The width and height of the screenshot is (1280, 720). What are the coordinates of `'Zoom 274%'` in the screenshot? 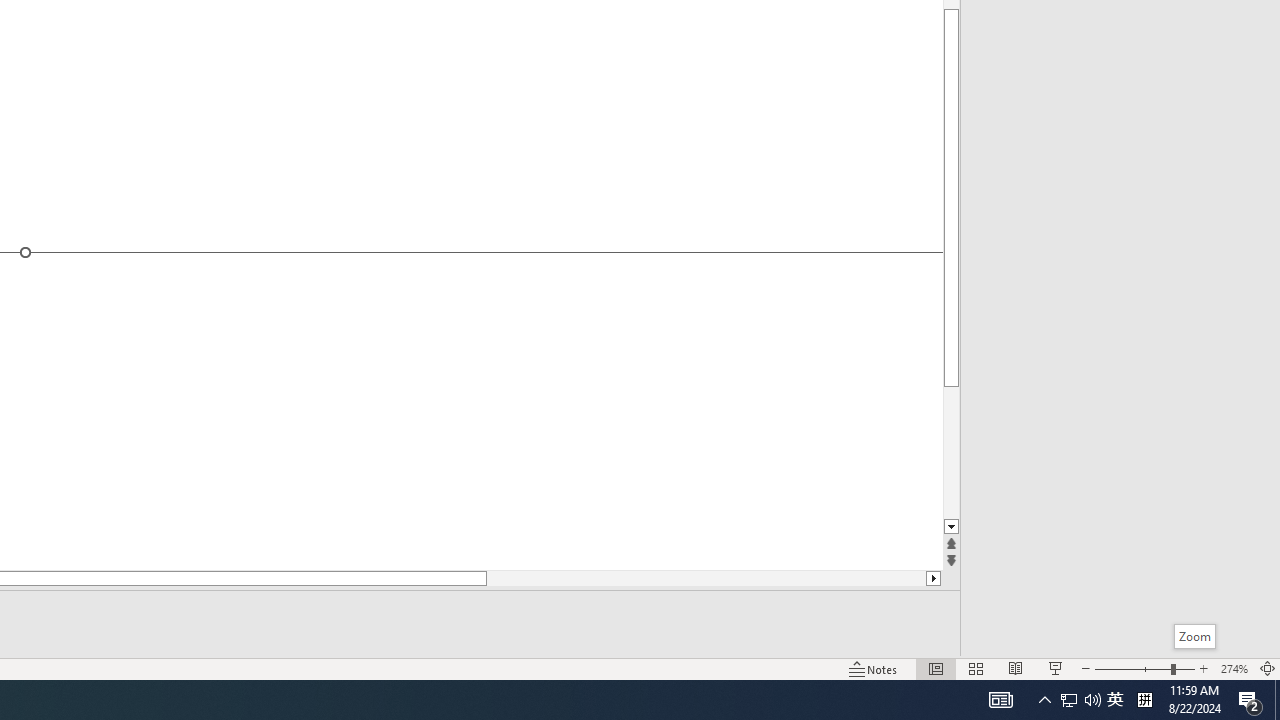 It's located at (1233, 669).